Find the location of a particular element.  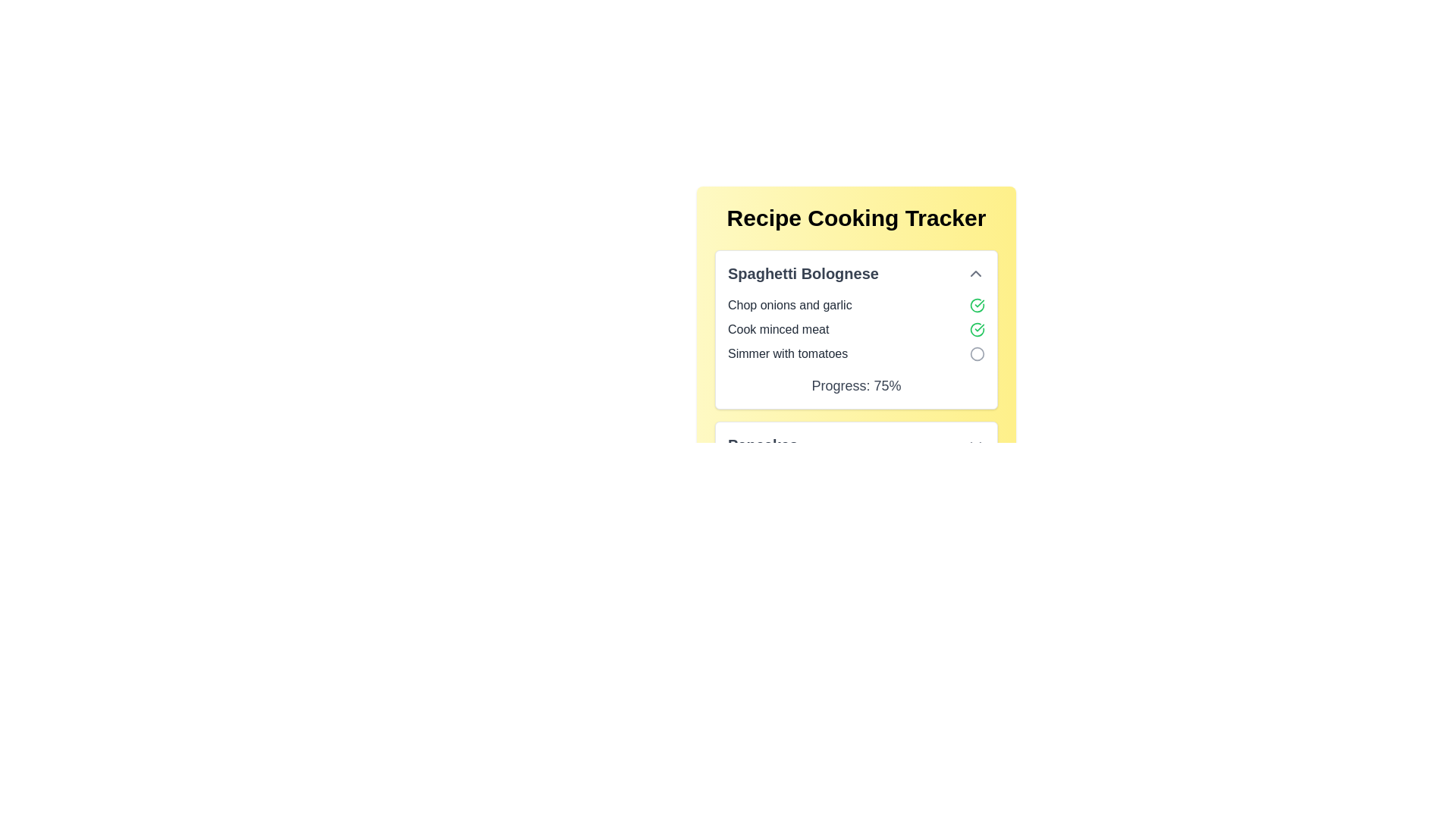

the text label displaying 'Progress: 75%' located below the last step in the 'Spaghetti Bolognese' section of the cooking tracker UI is located at coordinates (856, 385).